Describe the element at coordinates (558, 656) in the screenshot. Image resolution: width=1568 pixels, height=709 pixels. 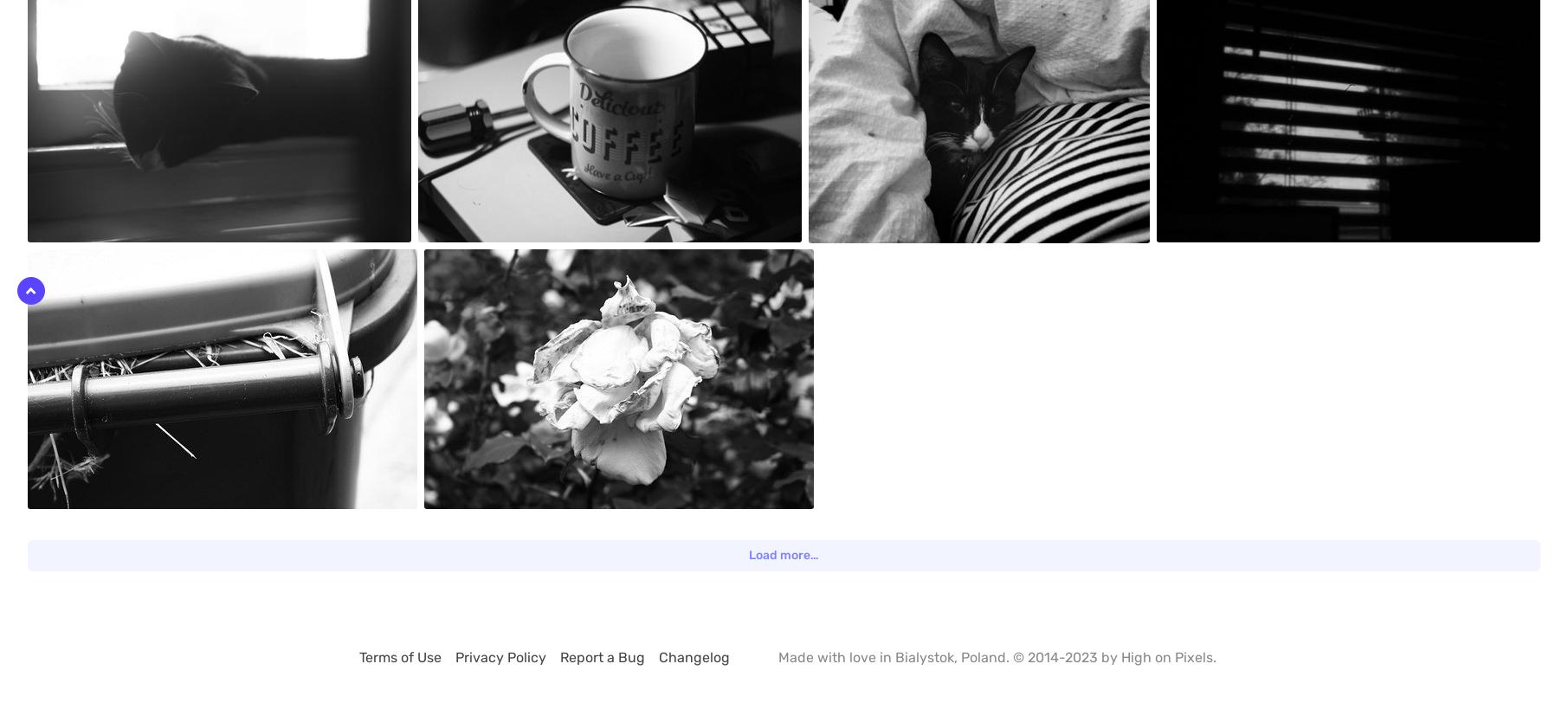
I see `'Report a Bug'` at that location.